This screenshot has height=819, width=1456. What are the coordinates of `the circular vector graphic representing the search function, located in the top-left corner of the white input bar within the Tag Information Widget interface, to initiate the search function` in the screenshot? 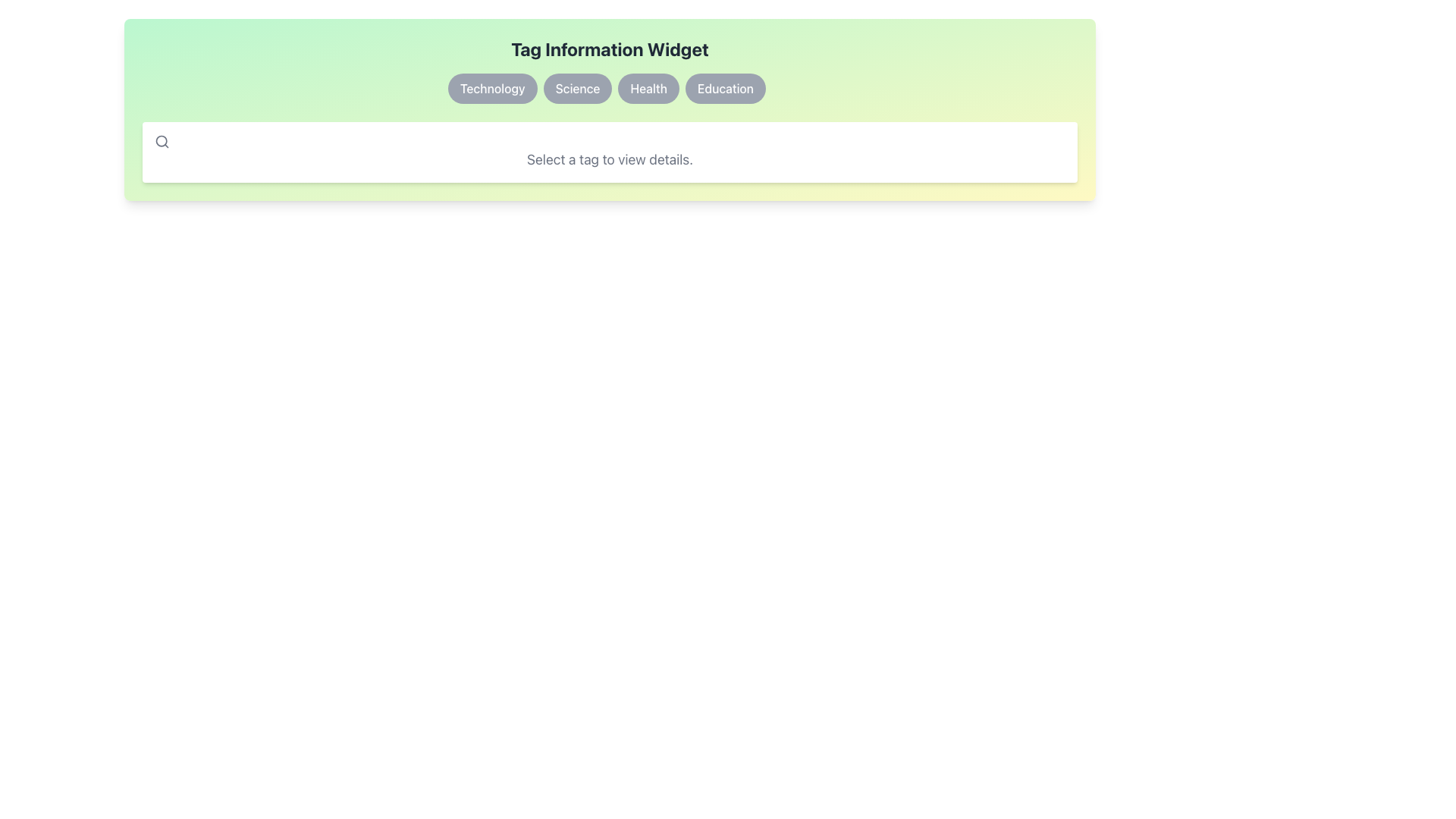 It's located at (162, 141).